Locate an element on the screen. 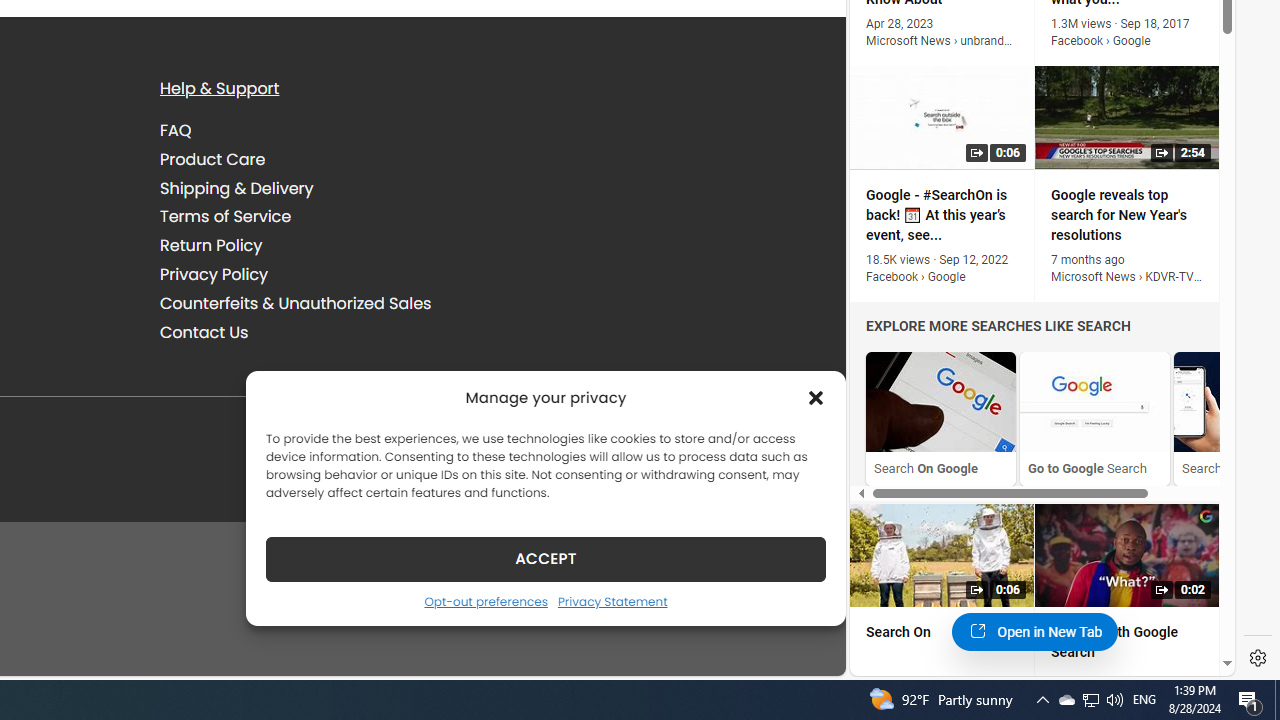  'Product Care' is located at coordinates (213, 158).